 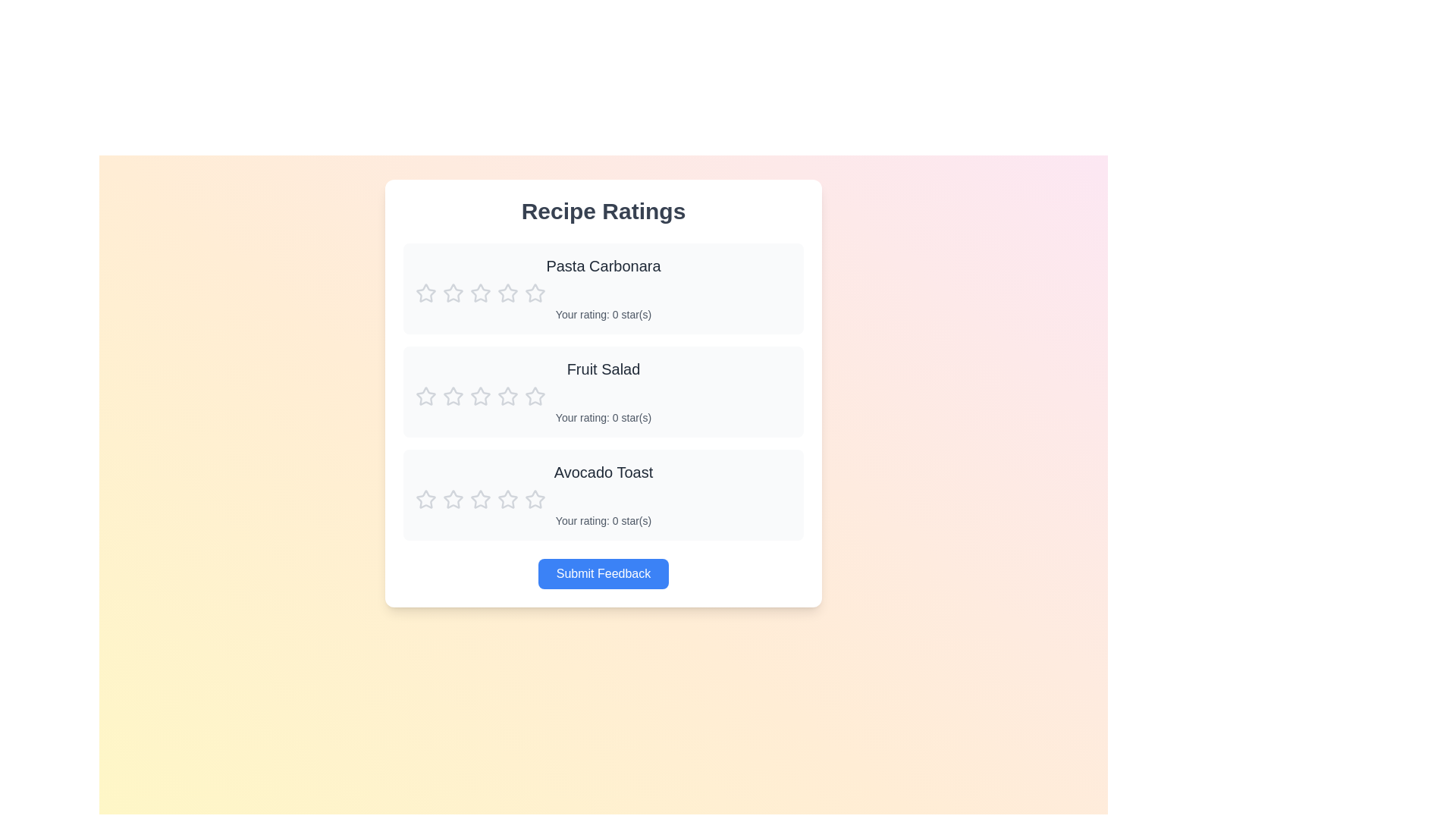 What do you see at coordinates (425, 395) in the screenshot?
I see `the first star icon in the five-star rating system for 'Fruit Salad'` at bounding box center [425, 395].